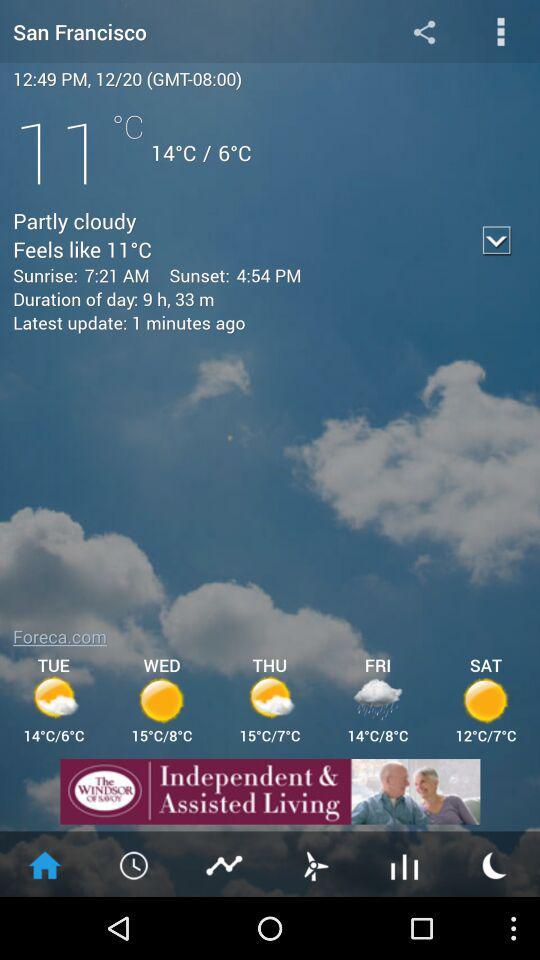  What do you see at coordinates (494, 863) in the screenshot?
I see `moon` at bounding box center [494, 863].